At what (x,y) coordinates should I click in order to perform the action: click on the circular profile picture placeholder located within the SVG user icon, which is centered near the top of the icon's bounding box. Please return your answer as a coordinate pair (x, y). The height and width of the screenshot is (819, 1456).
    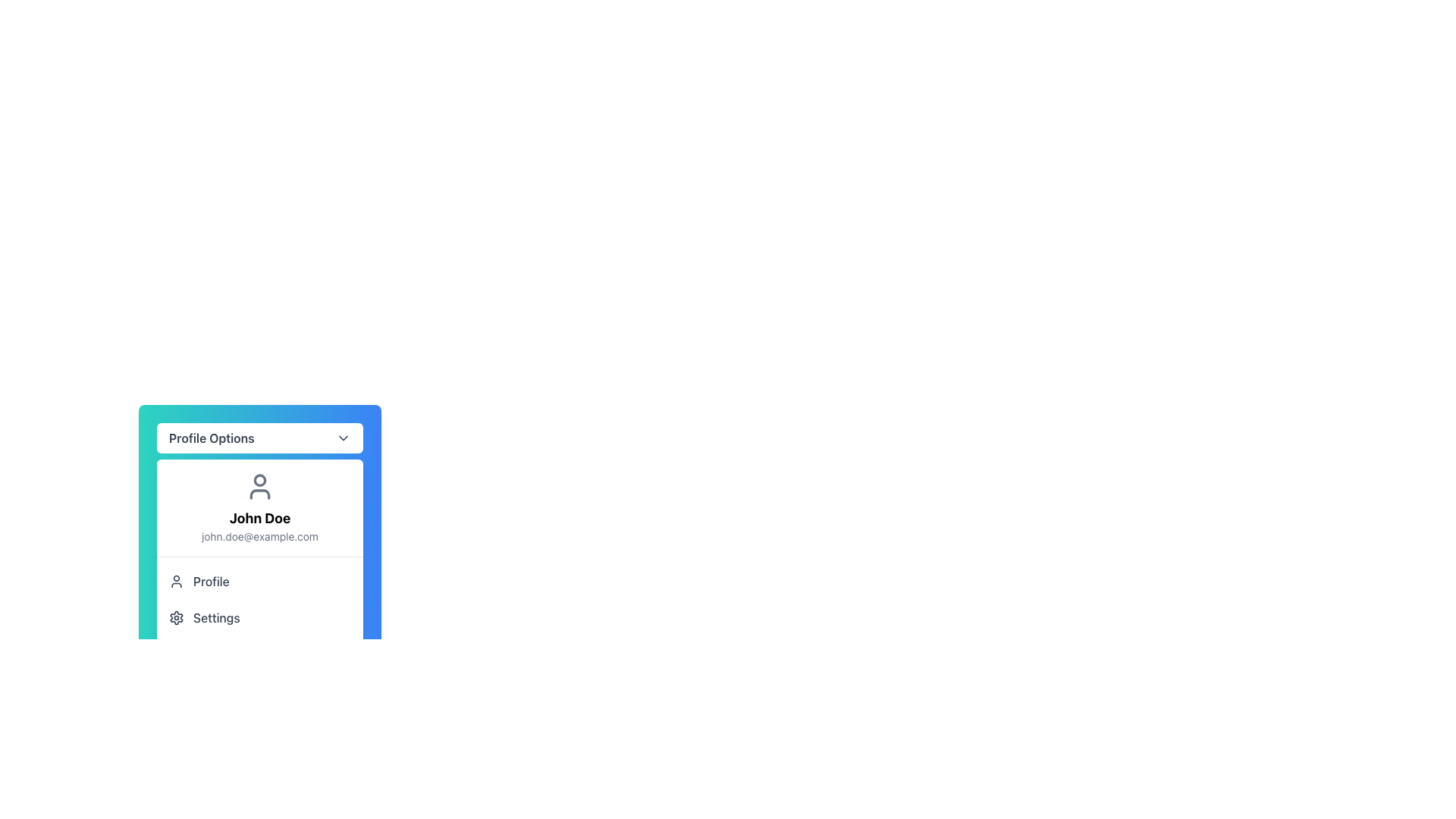
    Looking at the image, I should click on (259, 479).